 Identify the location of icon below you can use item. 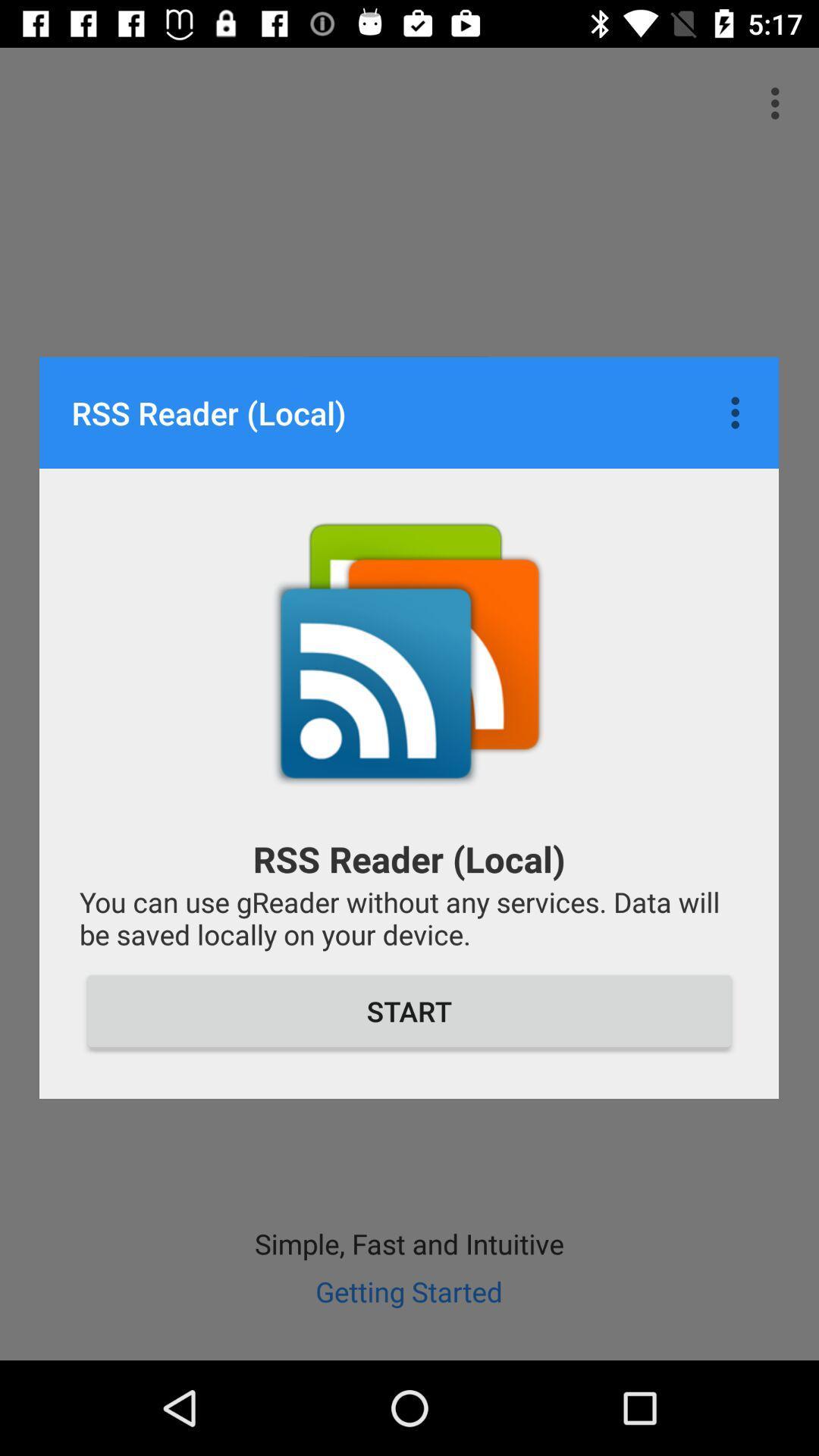
(409, 1011).